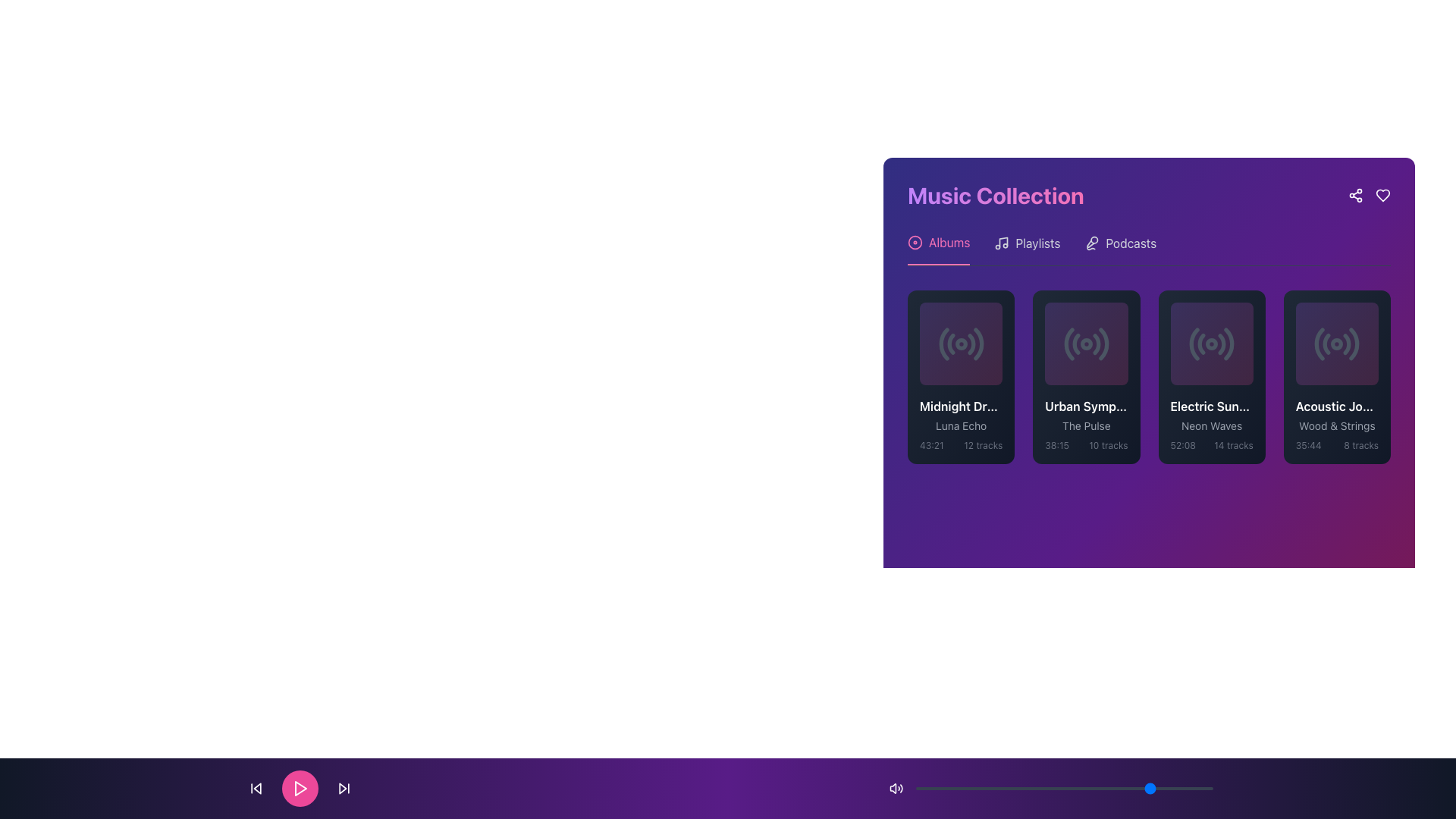  I want to click on the slider value, so click(987, 788).